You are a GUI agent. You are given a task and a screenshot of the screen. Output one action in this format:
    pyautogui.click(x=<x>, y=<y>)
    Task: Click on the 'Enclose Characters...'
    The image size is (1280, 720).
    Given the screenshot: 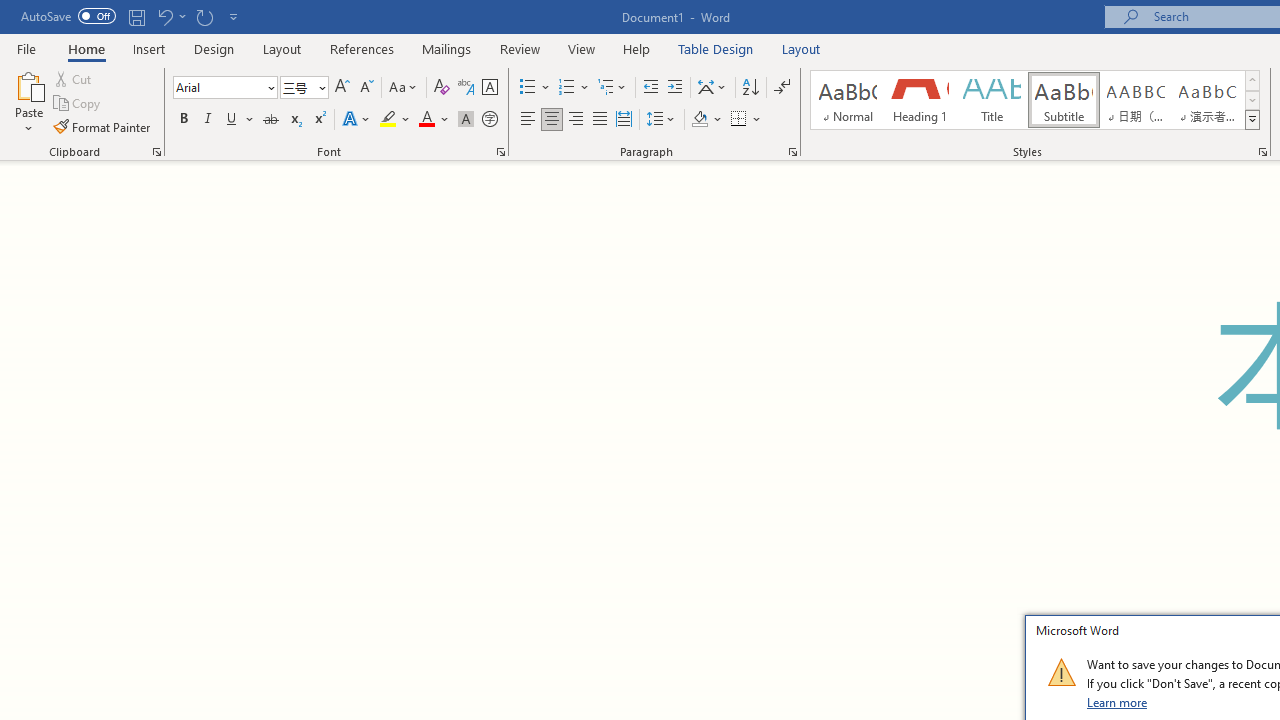 What is the action you would take?
    pyautogui.click(x=489, y=119)
    